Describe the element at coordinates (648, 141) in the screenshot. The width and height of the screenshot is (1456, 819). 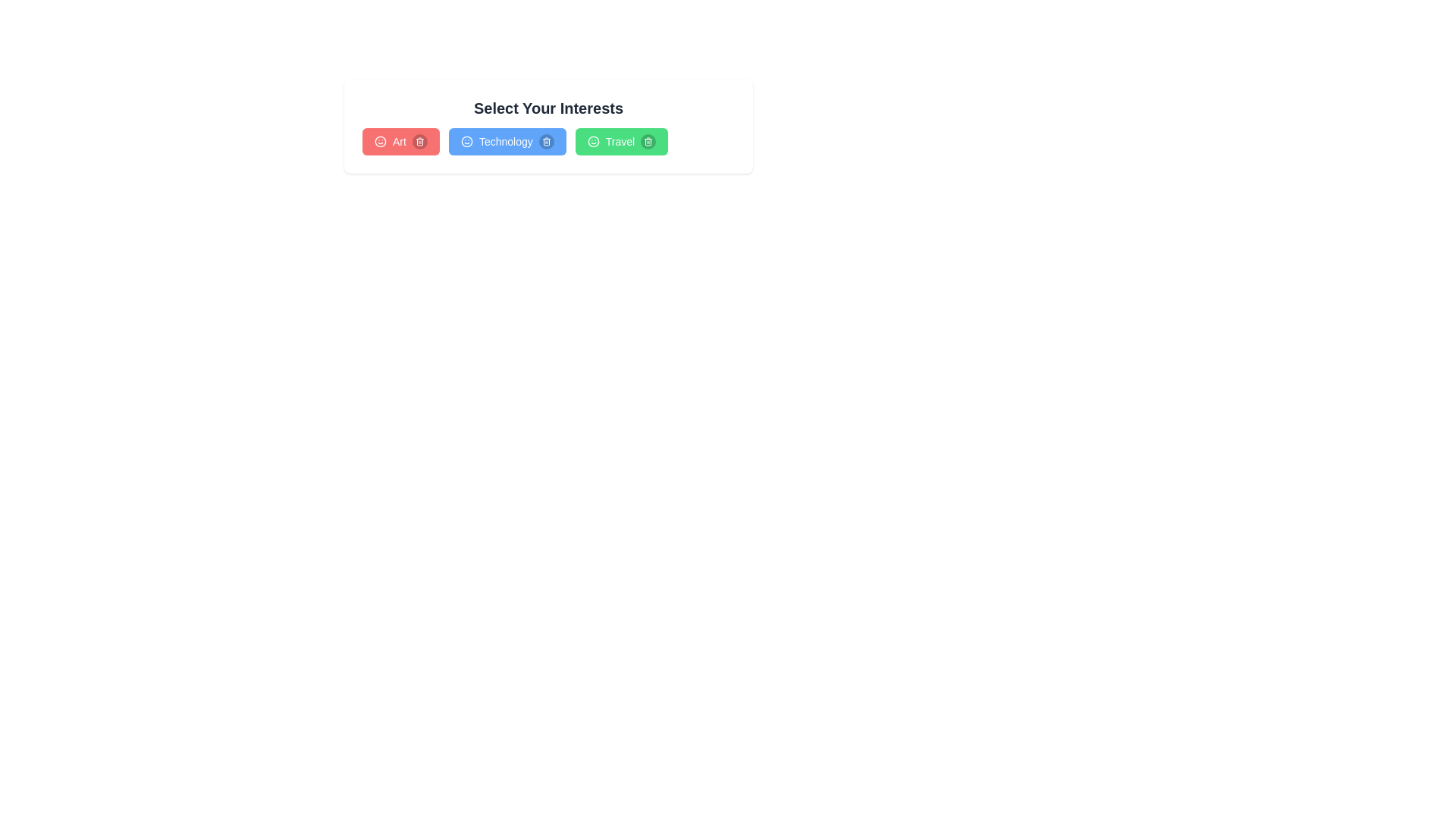
I see `the trash icon next to the interest labeled Travel` at that location.